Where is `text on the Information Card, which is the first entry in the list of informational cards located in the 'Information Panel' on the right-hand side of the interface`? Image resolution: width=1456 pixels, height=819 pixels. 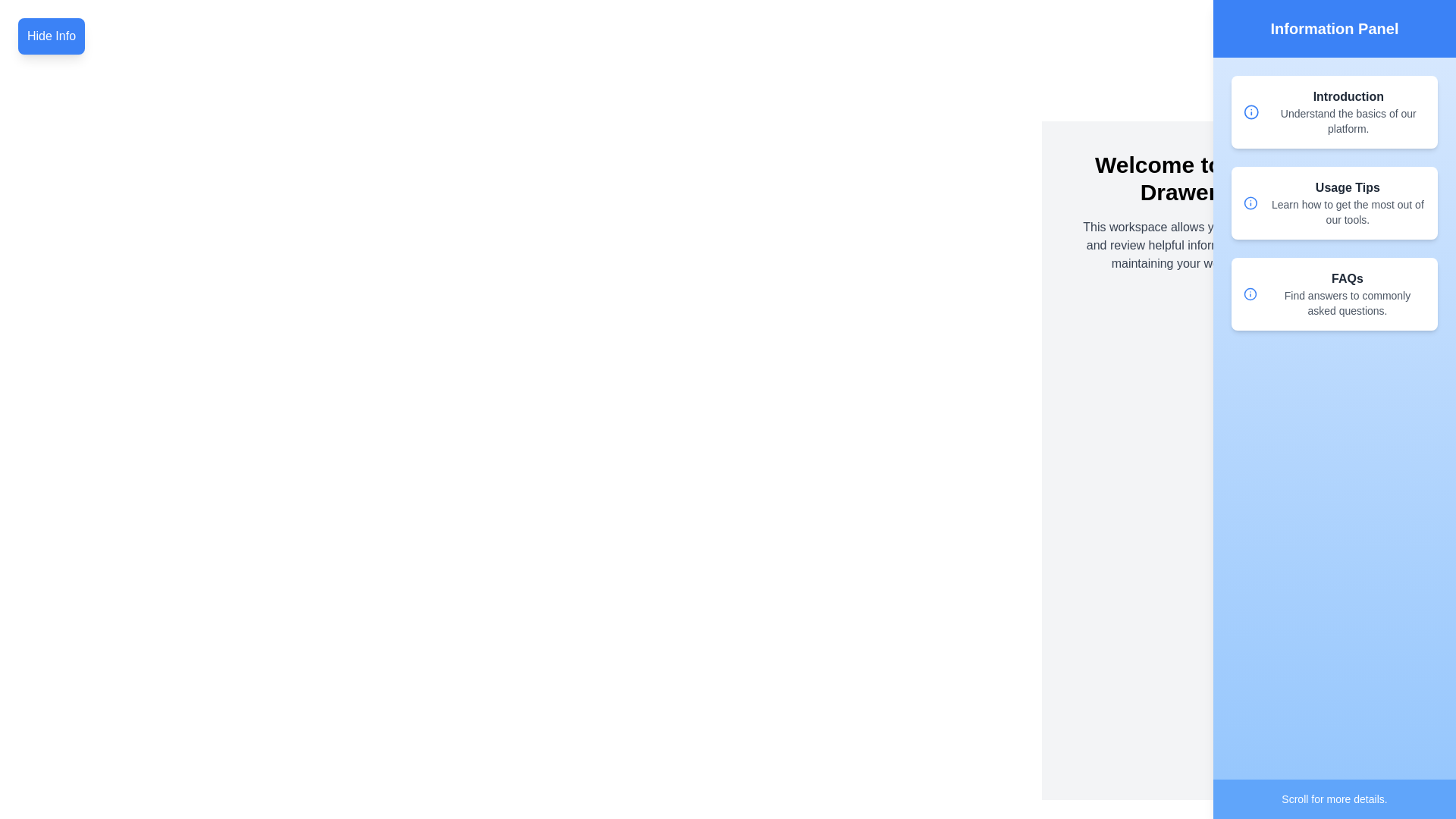 text on the Information Card, which is the first entry in the list of informational cards located in the 'Information Panel' on the right-hand side of the interface is located at coordinates (1335, 111).